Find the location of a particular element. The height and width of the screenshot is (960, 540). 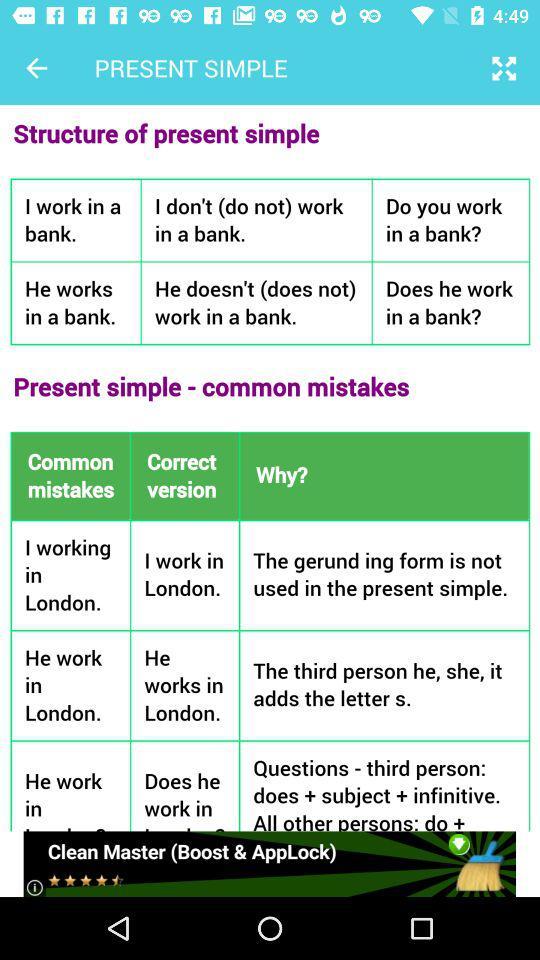

related content/descriptions is located at coordinates (270, 468).